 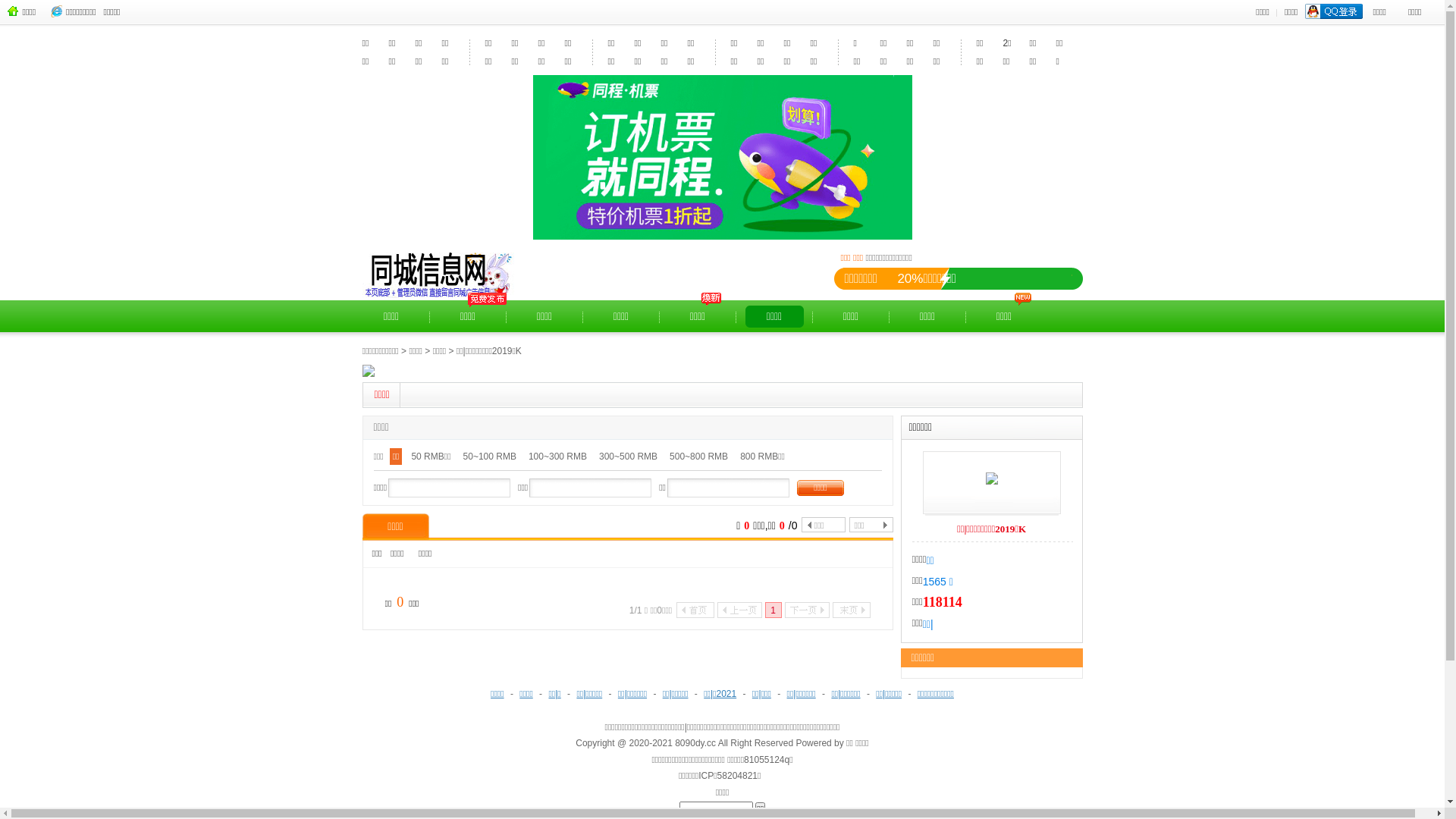 I want to click on '50~100 RMB', so click(x=490, y=455).